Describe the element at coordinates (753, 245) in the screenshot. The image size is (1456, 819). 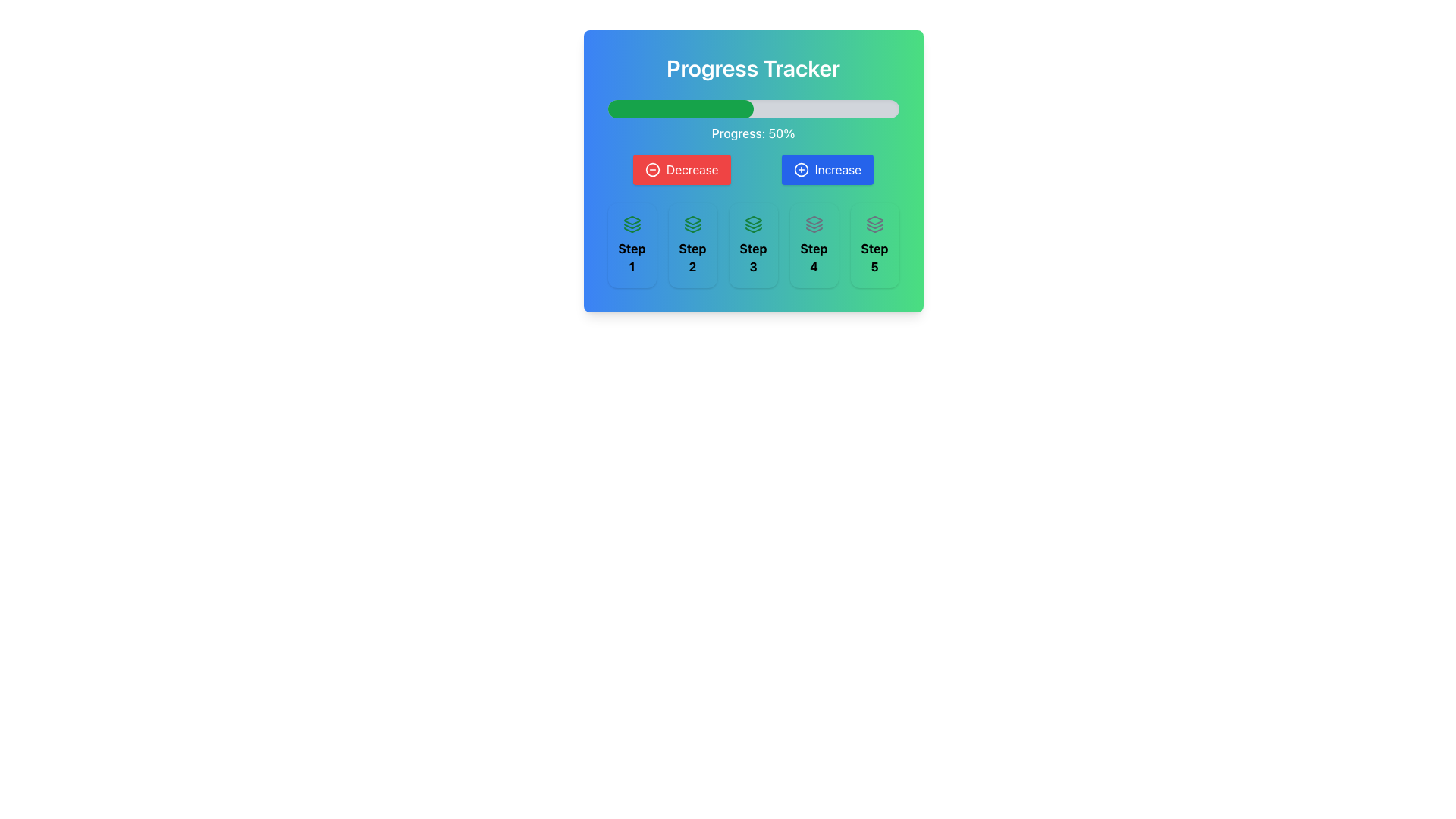
I see `the 'Step 3' progress step indicator, which is the third block in a row of five blocks in a progress tracker` at that location.